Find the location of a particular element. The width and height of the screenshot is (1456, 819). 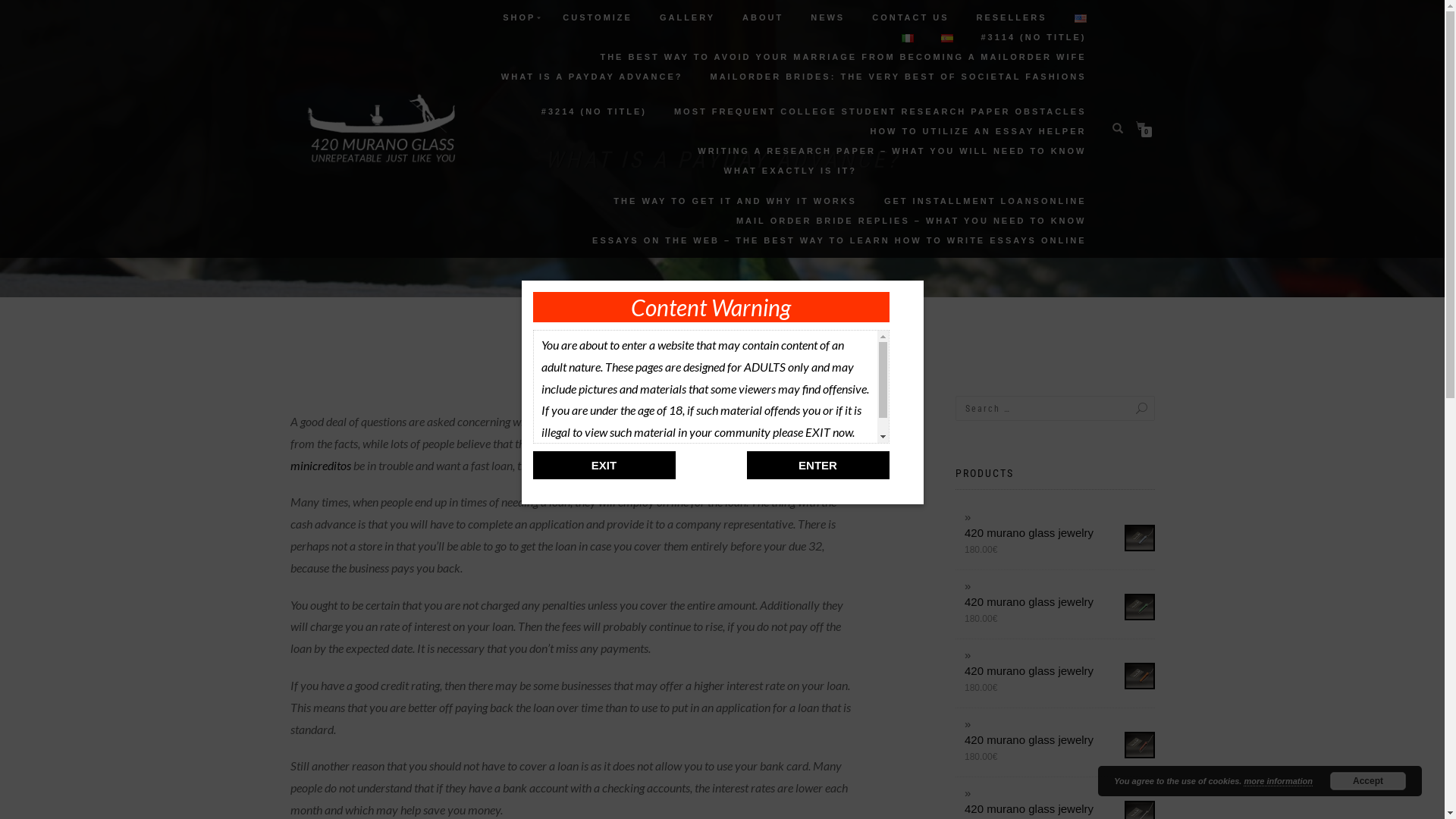

'420 murano glass jewelry' is located at coordinates (1059, 739).